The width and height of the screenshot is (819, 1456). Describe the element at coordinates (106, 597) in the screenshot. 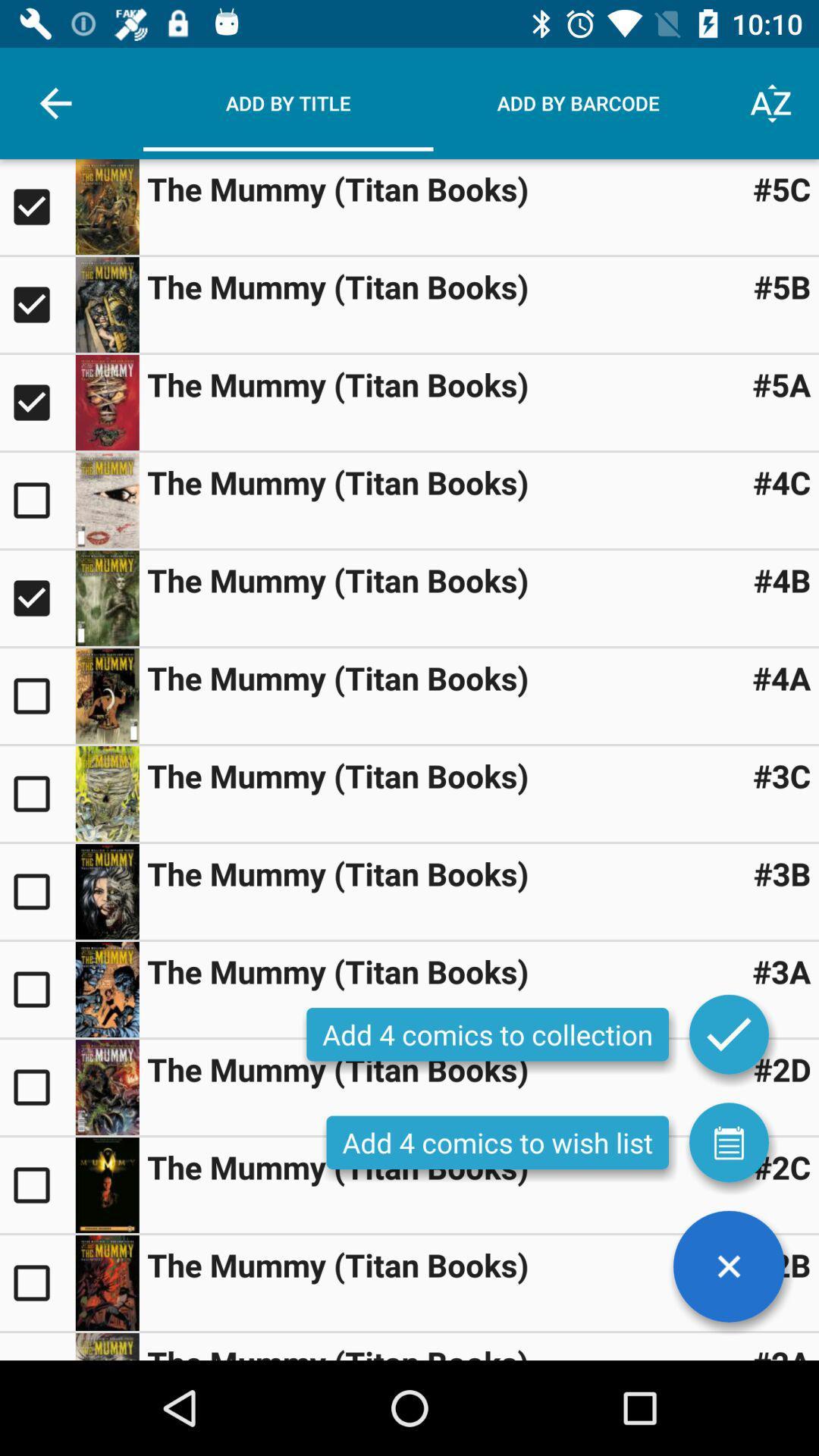

I see `display larger image of book cover` at that location.